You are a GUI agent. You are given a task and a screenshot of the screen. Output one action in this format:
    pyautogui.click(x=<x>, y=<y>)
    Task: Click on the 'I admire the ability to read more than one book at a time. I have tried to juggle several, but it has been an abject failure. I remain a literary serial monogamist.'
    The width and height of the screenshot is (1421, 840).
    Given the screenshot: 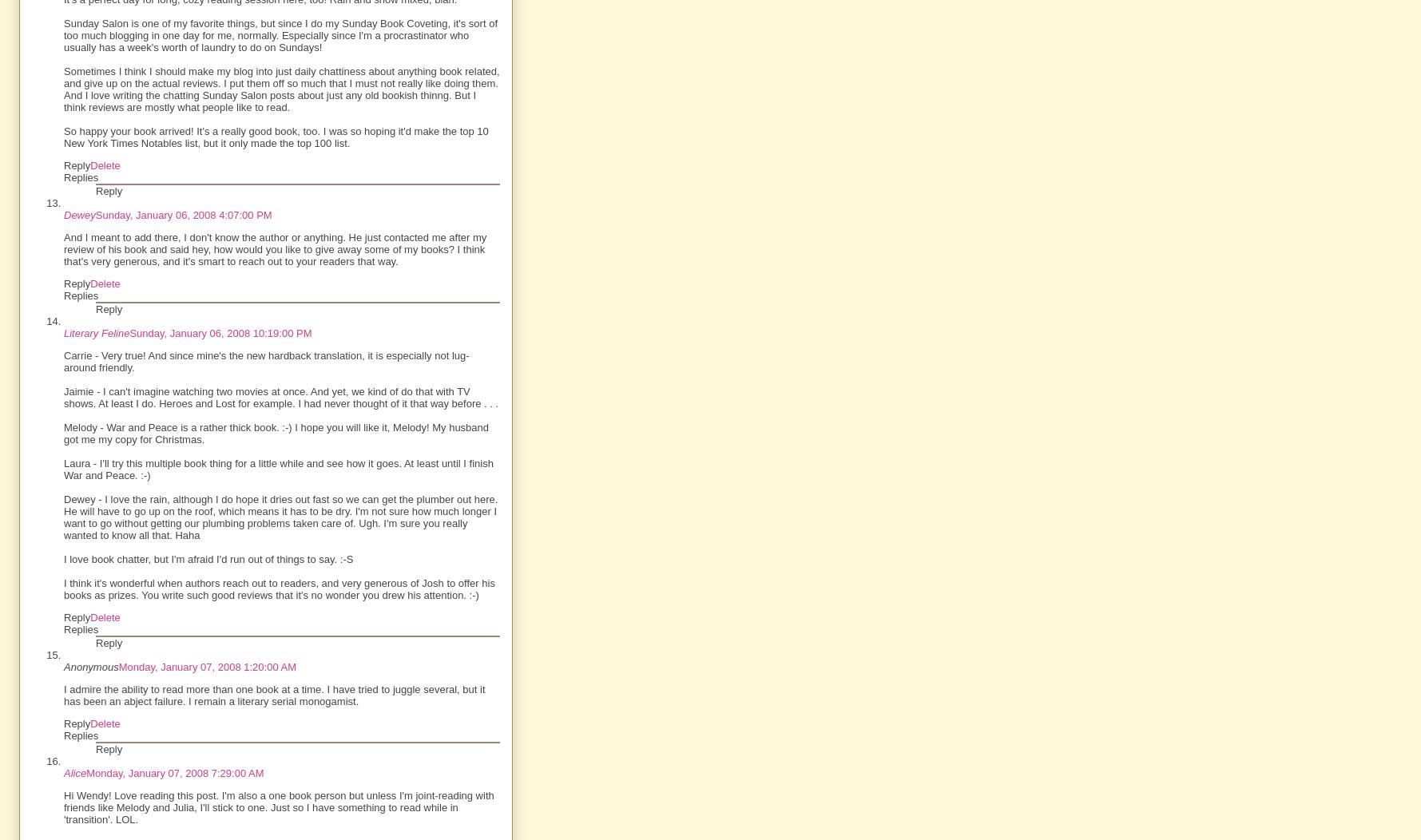 What is the action you would take?
    pyautogui.click(x=63, y=694)
    